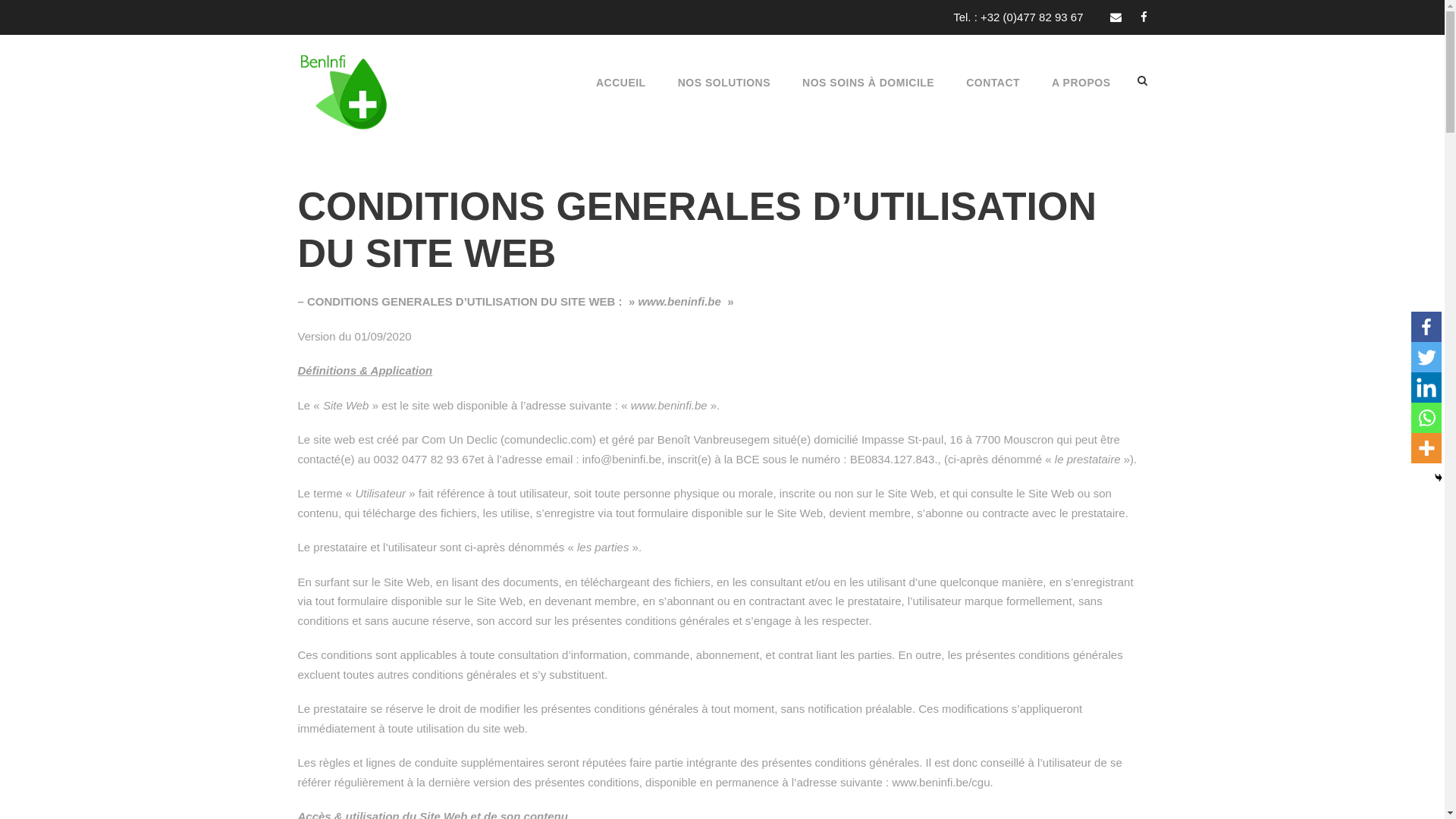 Image resolution: width=1456 pixels, height=819 pixels. What do you see at coordinates (1426, 356) in the screenshot?
I see `'Twitter'` at bounding box center [1426, 356].